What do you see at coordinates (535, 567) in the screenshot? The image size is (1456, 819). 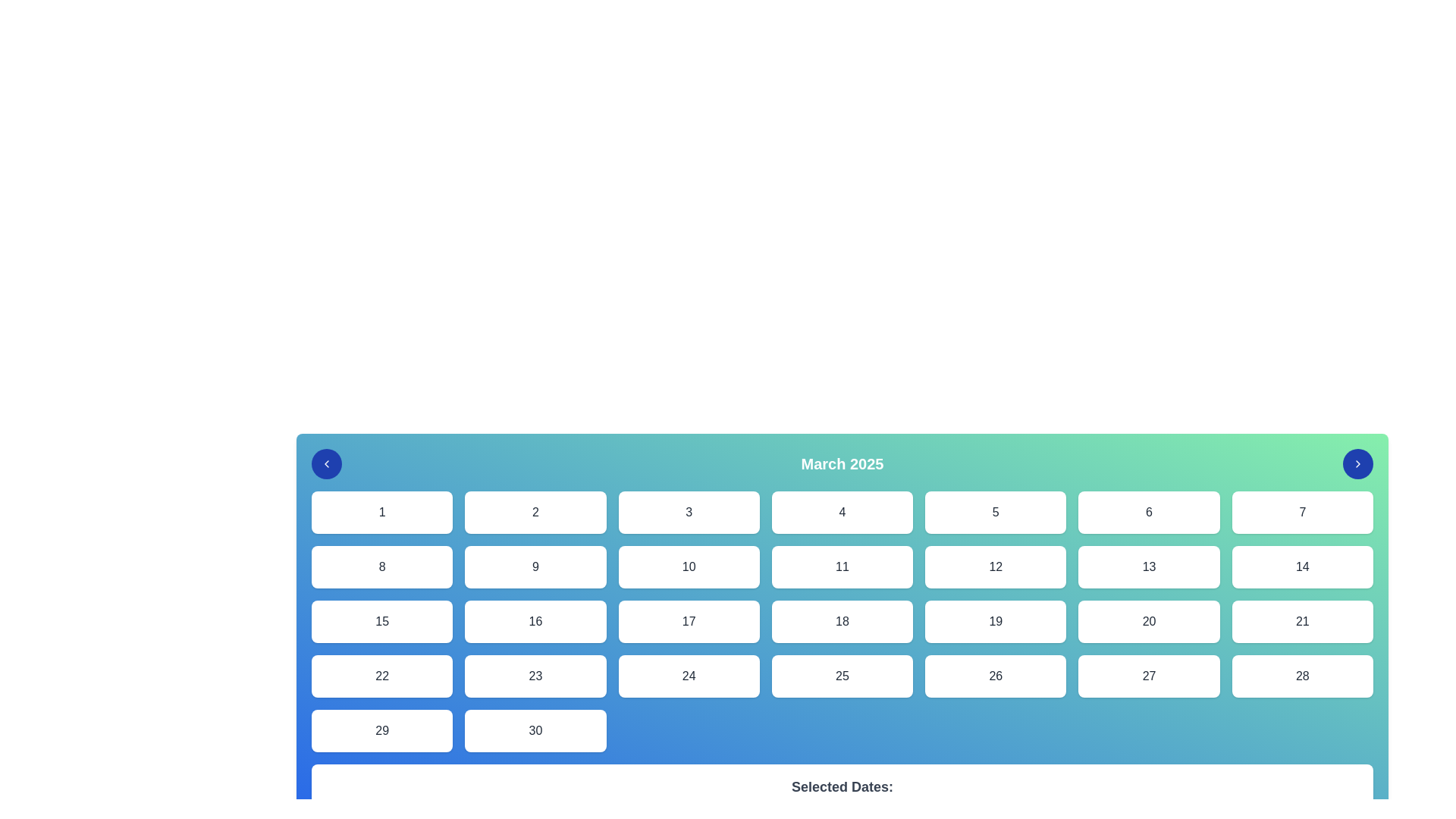 I see `the selectable calendar date button representing the day '9' in the March 2025 calendar` at bounding box center [535, 567].